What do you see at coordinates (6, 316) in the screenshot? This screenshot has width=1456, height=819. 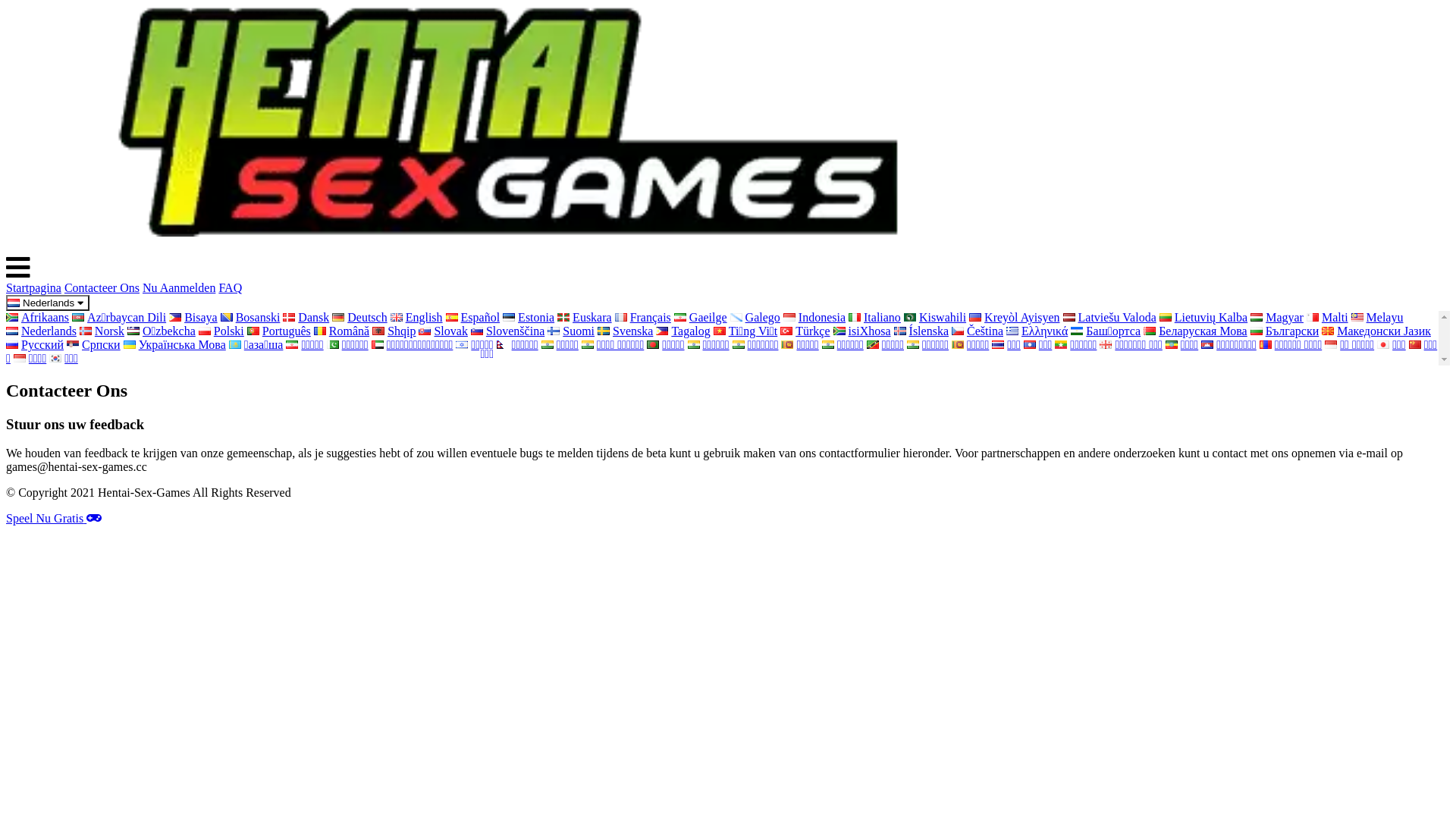 I see `'Afrikaans'` at bounding box center [6, 316].